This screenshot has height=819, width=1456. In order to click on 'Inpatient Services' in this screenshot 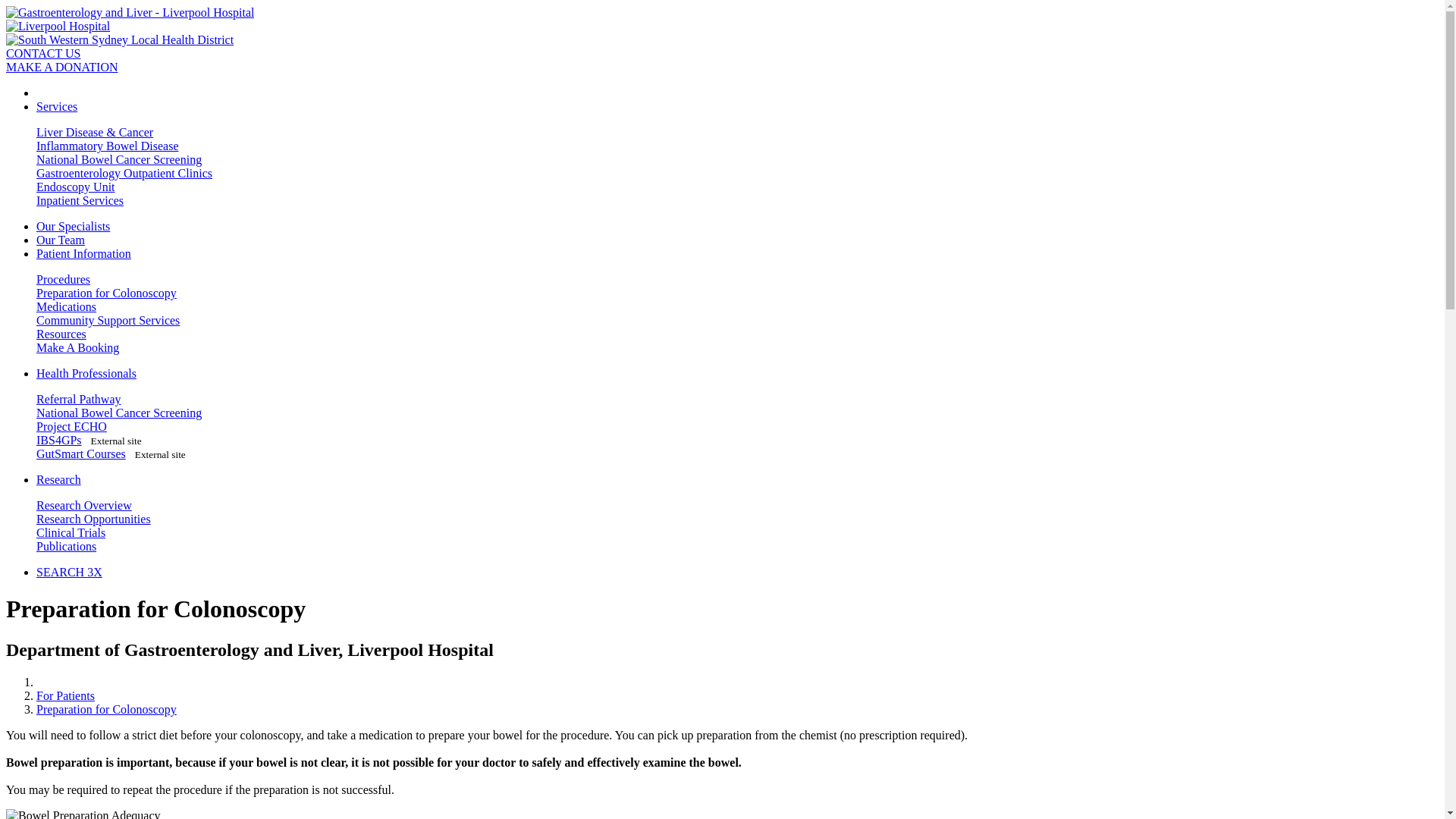, I will do `click(79, 199)`.